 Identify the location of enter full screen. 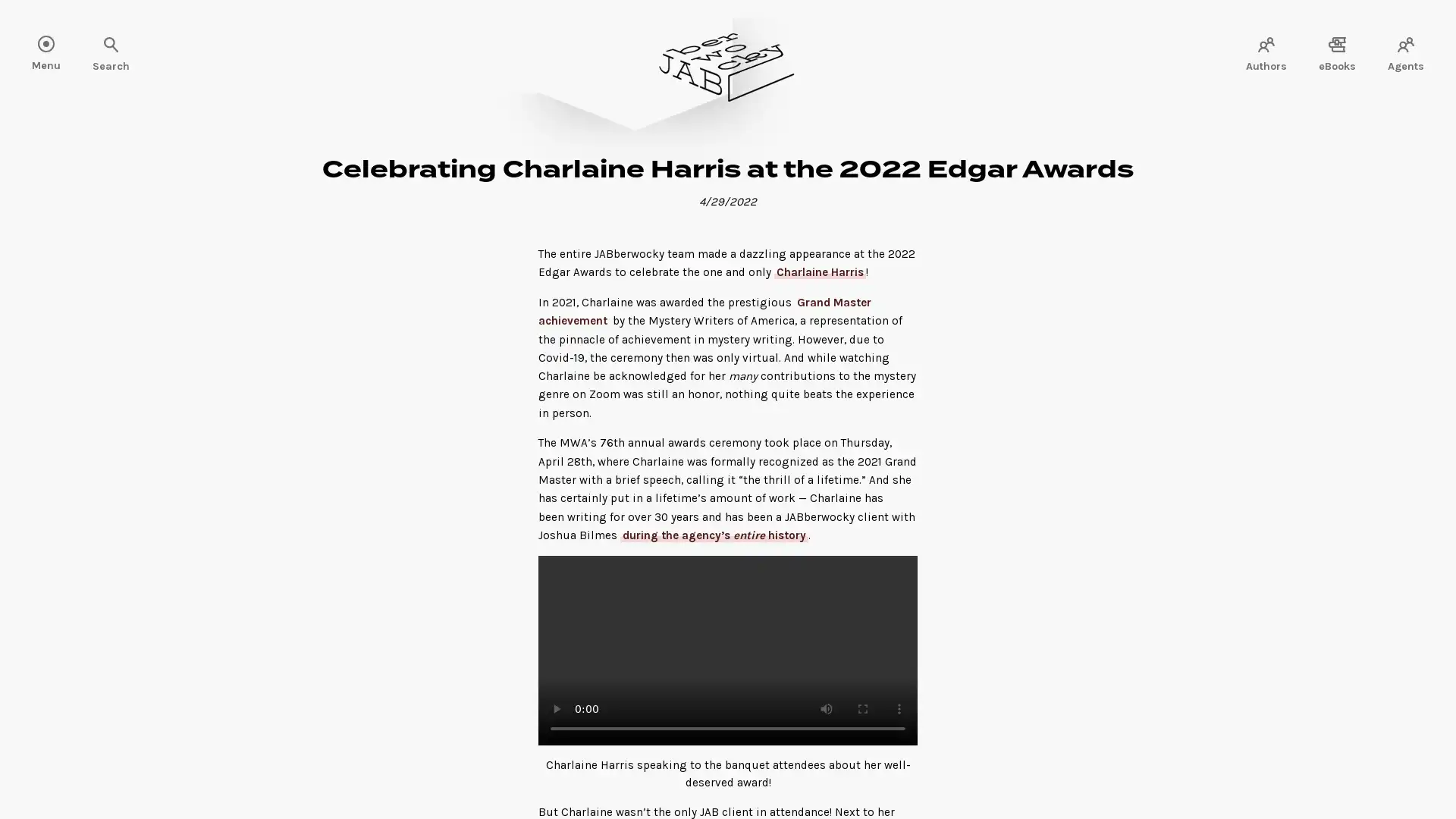
(862, 708).